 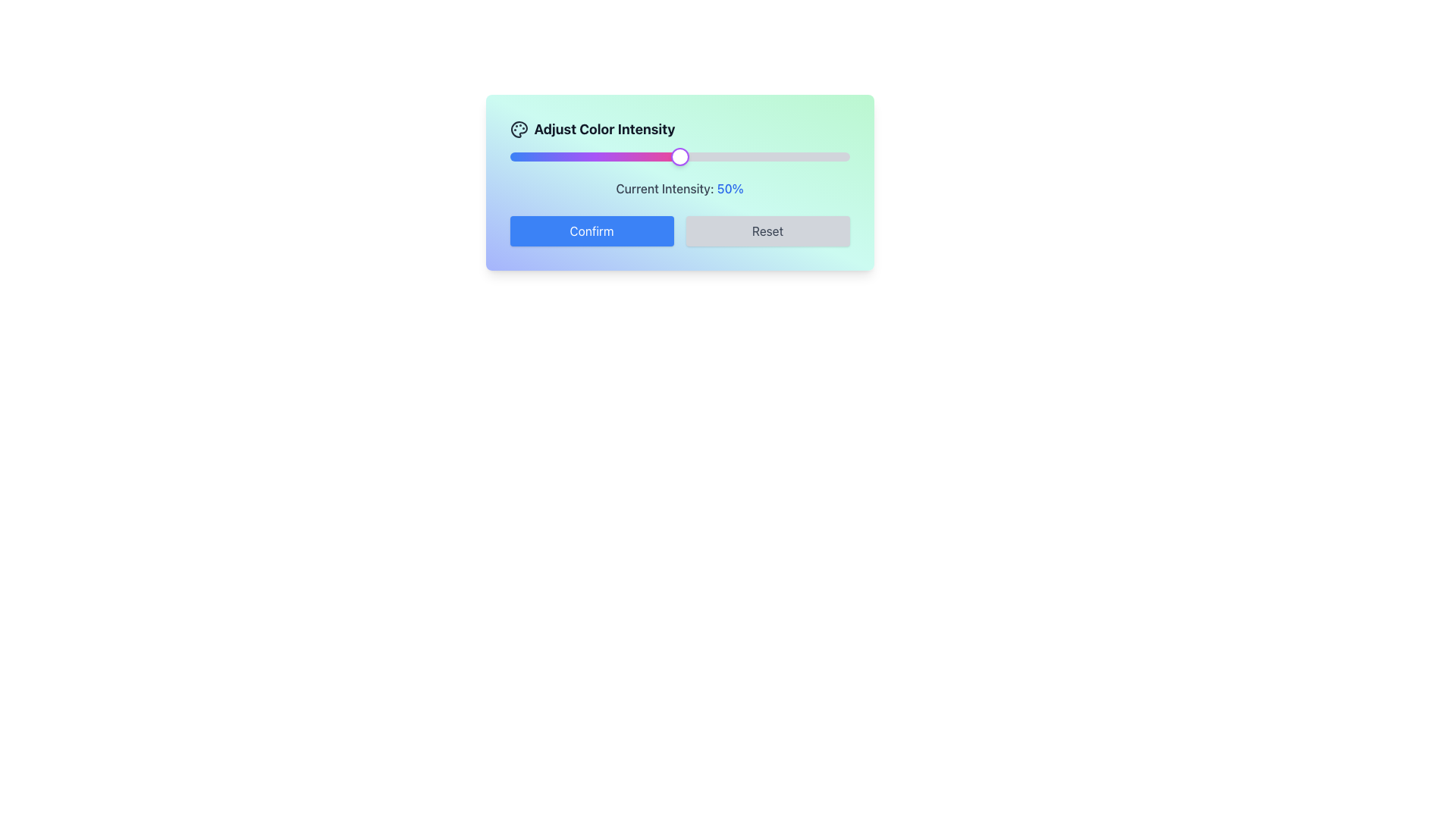 I want to click on the color intensity, so click(x=751, y=157).